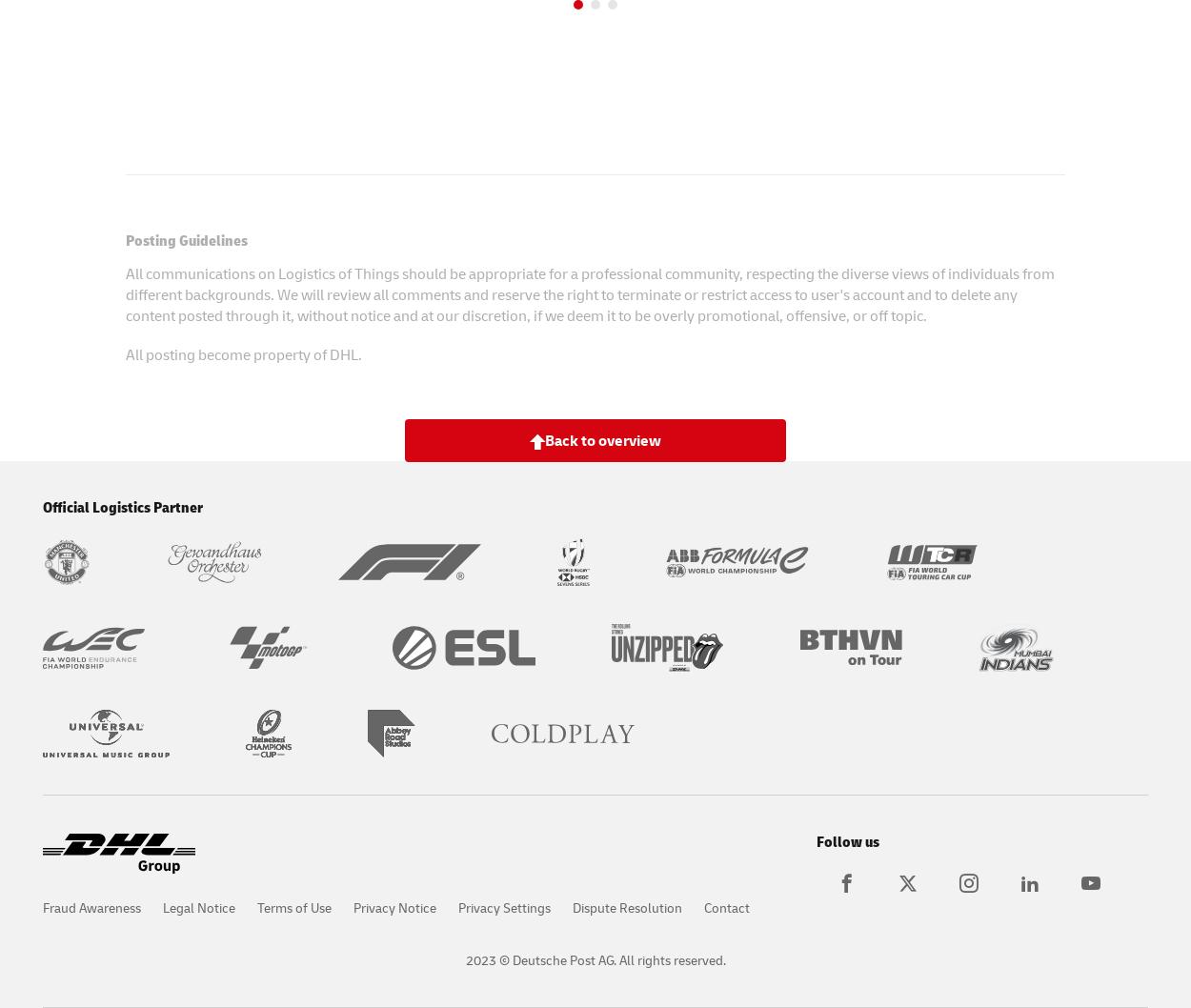 The image size is (1191, 1008). What do you see at coordinates (294, 907) in the screenshot?
I see `'Terms of Use'` at bounding box center [294, 907].